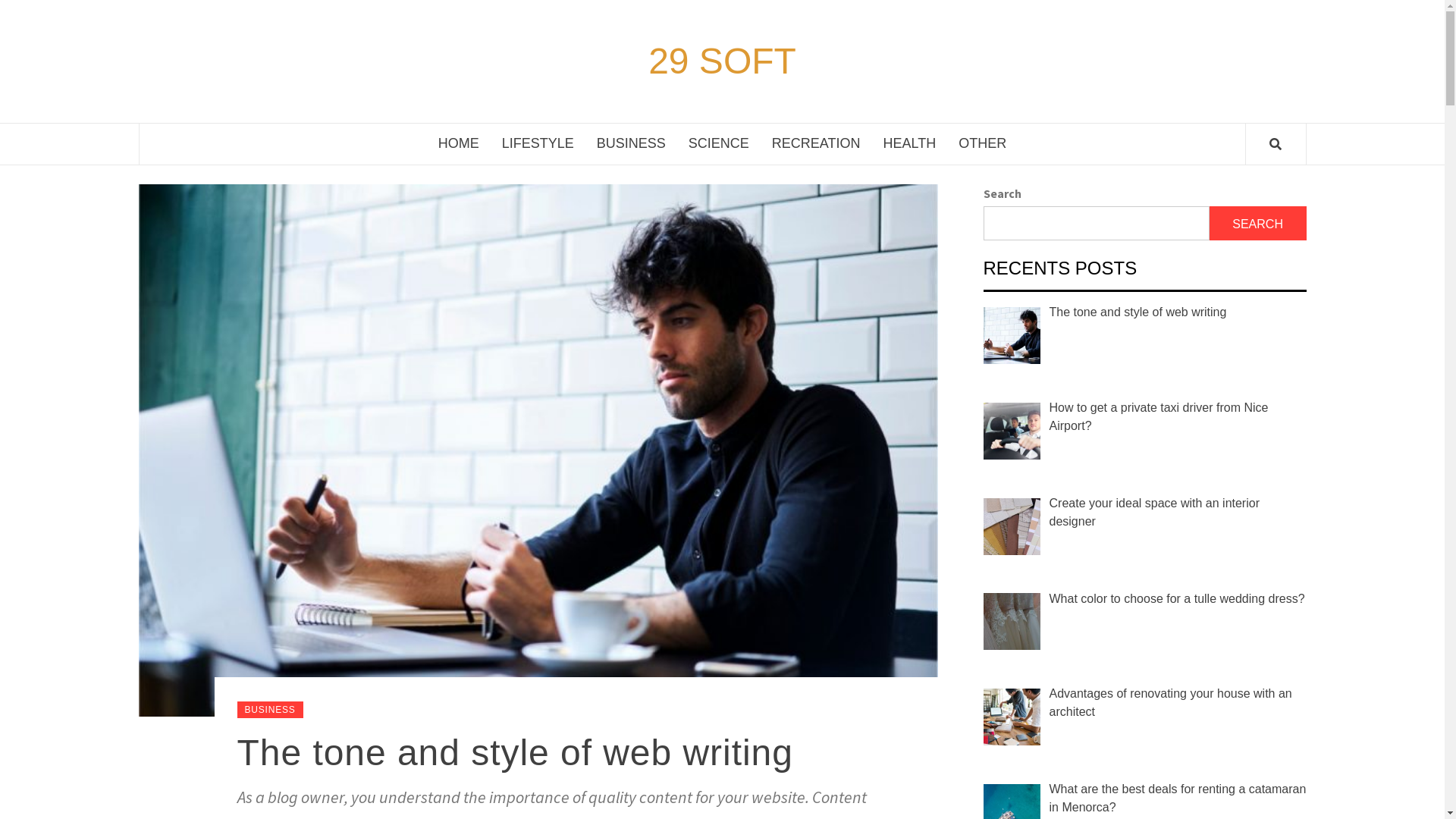 This screenshot has height=819, width=1456. Describe the element at coordinates (631, 143) in the screenshot. I see `'BUSINESS'` at that location.